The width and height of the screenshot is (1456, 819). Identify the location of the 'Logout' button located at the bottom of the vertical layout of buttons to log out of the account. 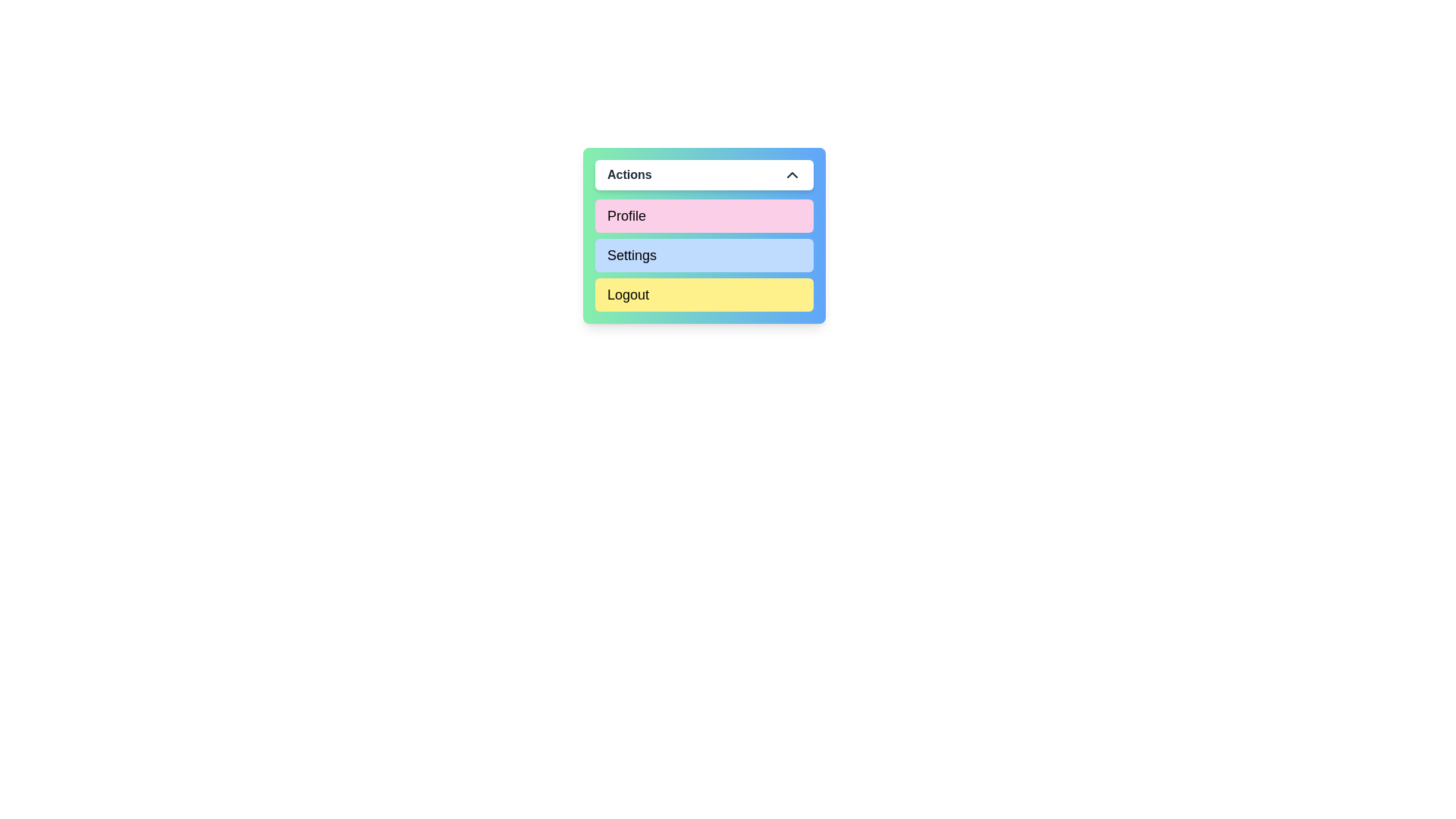
(704, 295).